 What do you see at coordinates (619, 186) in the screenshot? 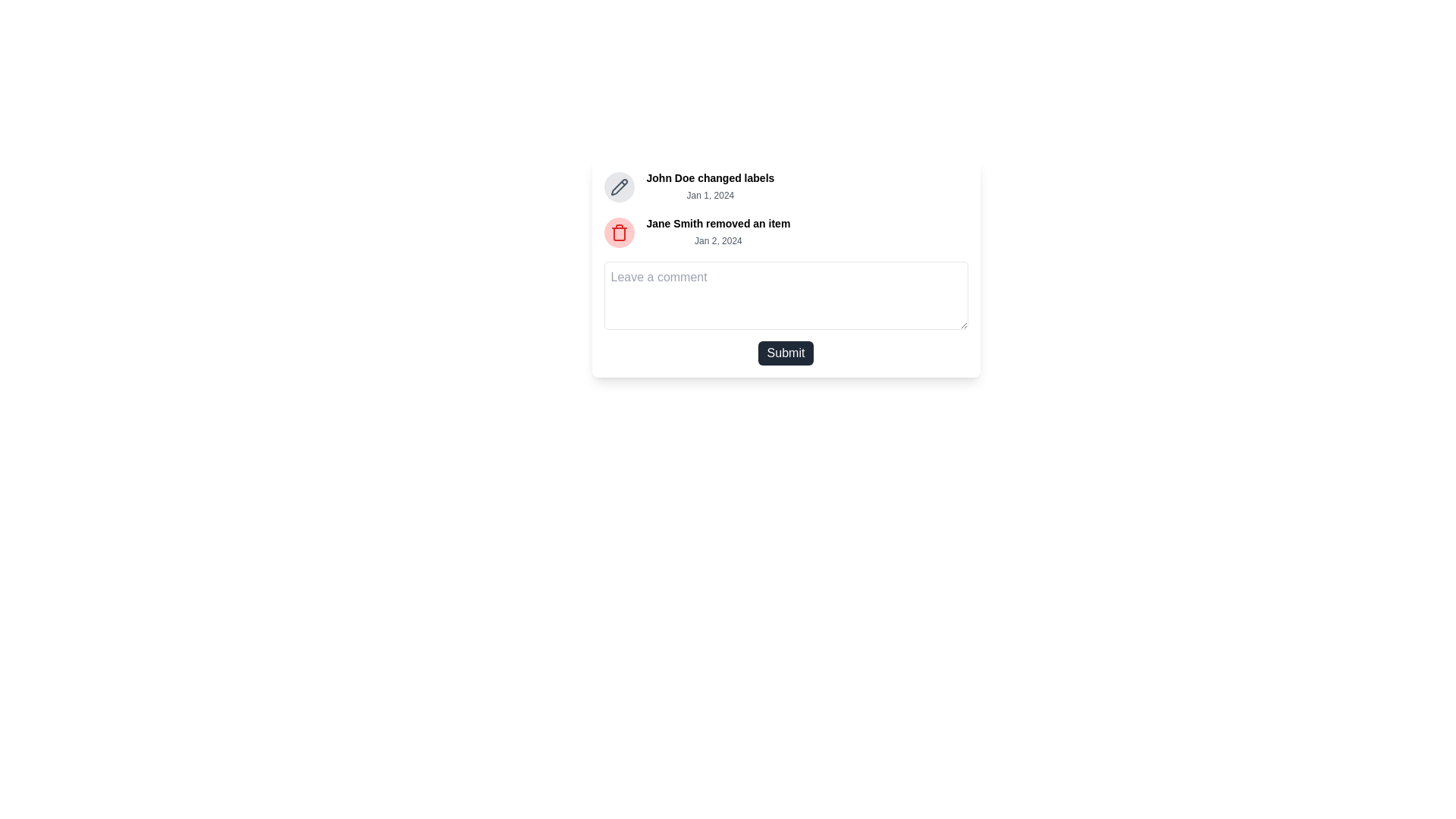
I see `the icon representing the edit or labeling action located to the left of the text 'John Doe changed labels'` at bounding box center [619, 186].